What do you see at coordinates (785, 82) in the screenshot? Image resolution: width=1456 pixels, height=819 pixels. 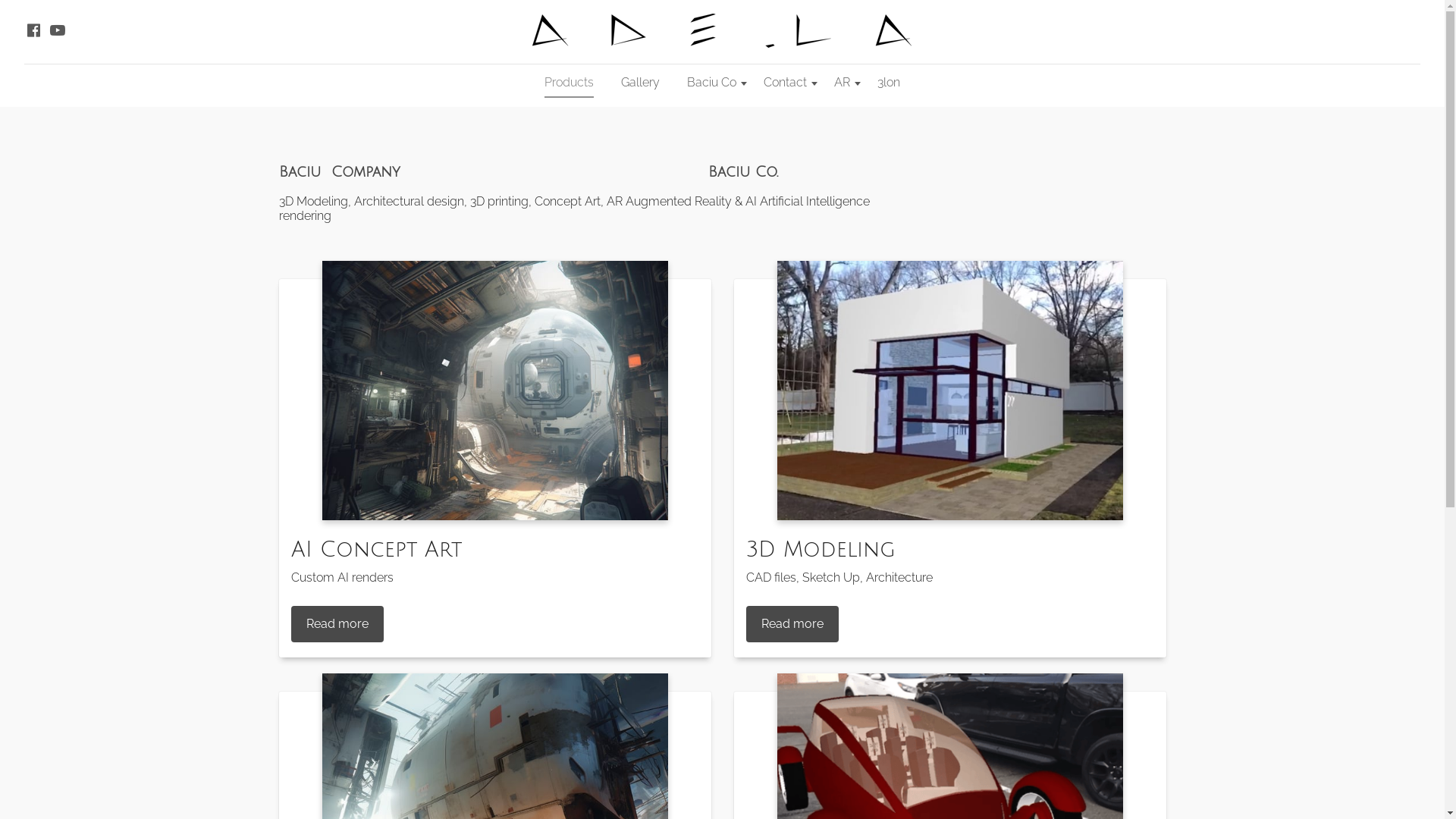 I see `'Contact'` at bounding box center [785, 82].